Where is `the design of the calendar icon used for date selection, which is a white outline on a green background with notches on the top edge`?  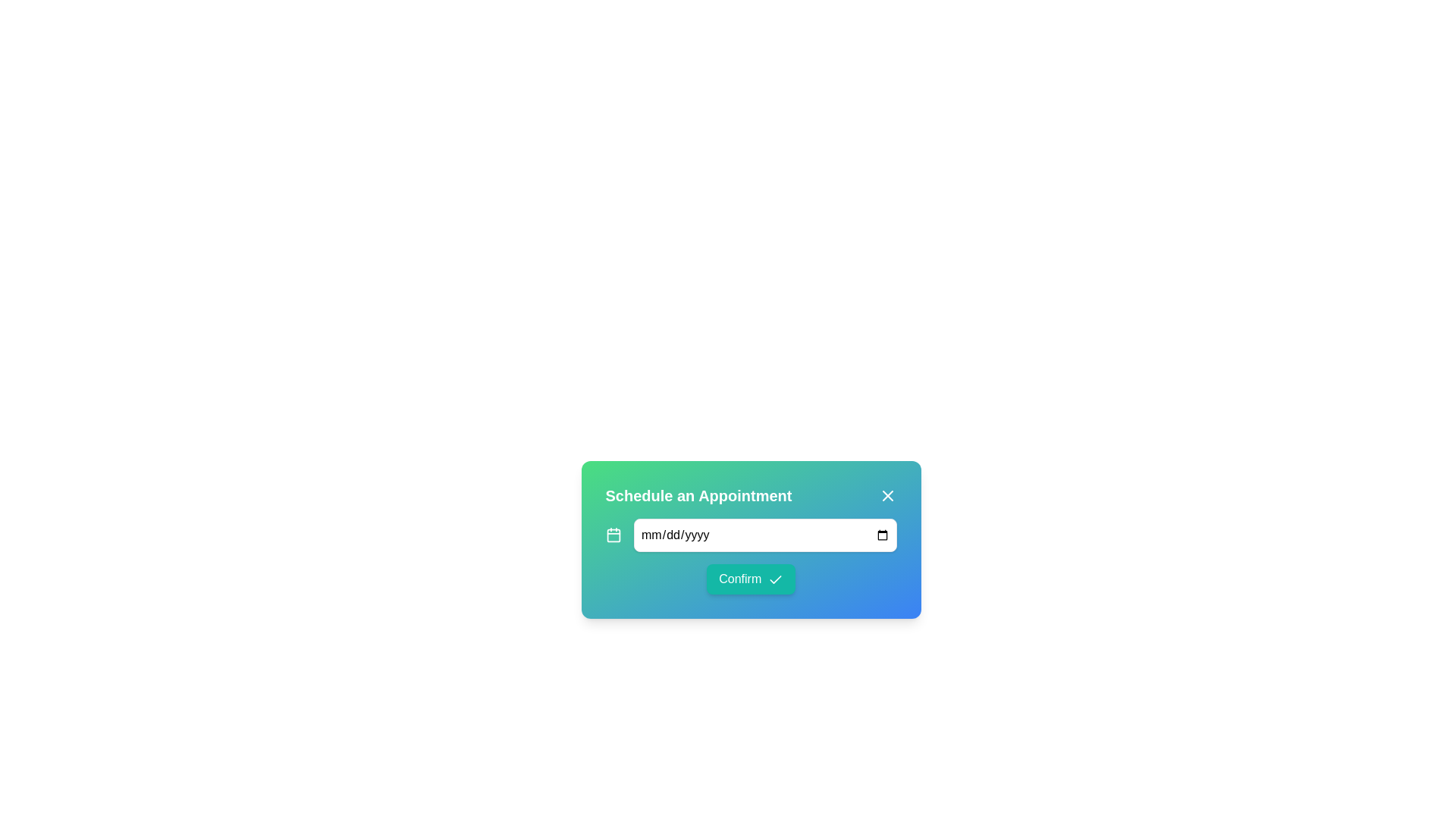
the design of the calendar icon used for date selection, which is a white outline on a green background with notches on the top edge is located at coordinates (613, 534).